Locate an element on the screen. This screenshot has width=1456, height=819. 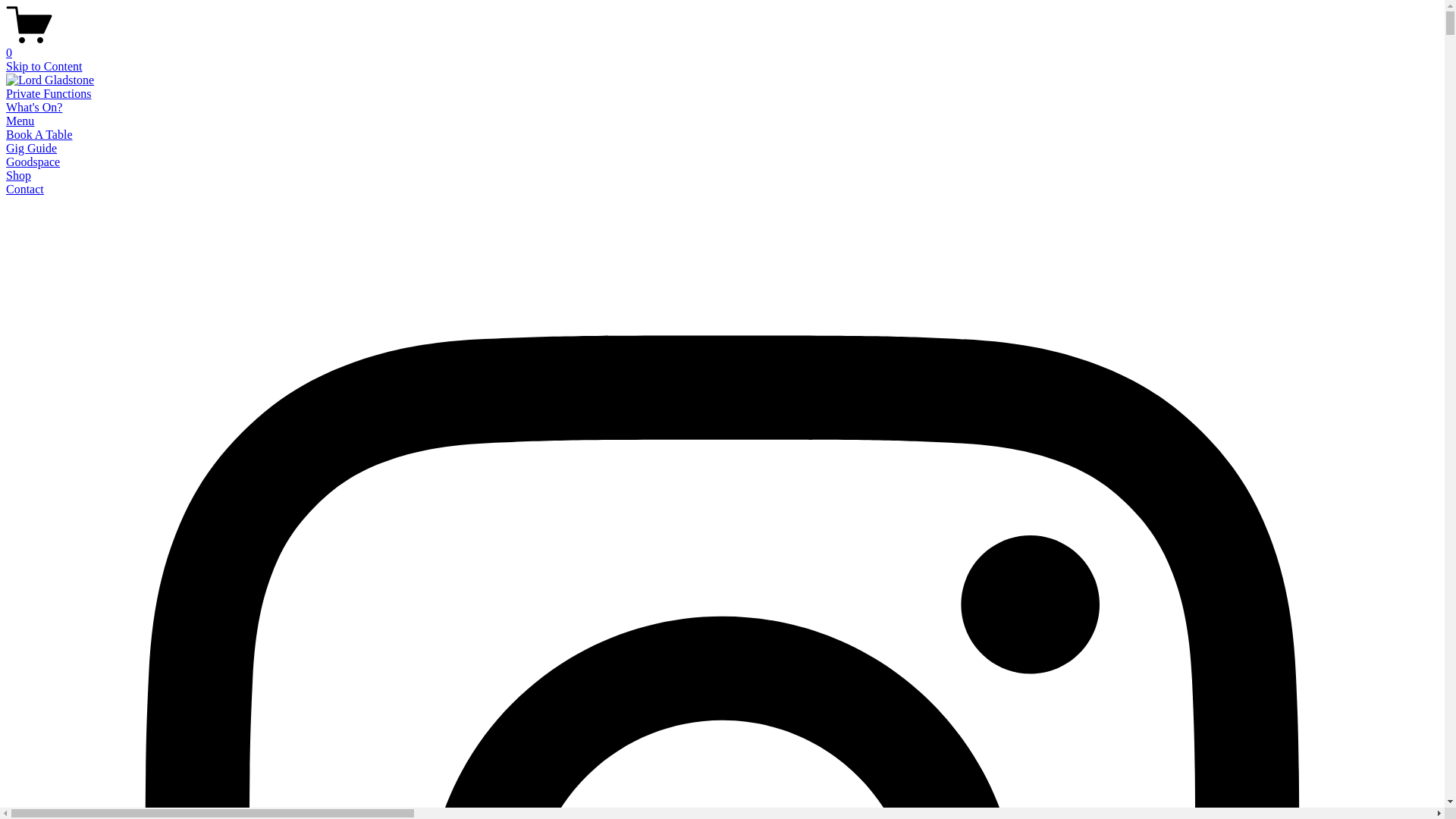
'Book A Table' is located at coordinates (39, 133).